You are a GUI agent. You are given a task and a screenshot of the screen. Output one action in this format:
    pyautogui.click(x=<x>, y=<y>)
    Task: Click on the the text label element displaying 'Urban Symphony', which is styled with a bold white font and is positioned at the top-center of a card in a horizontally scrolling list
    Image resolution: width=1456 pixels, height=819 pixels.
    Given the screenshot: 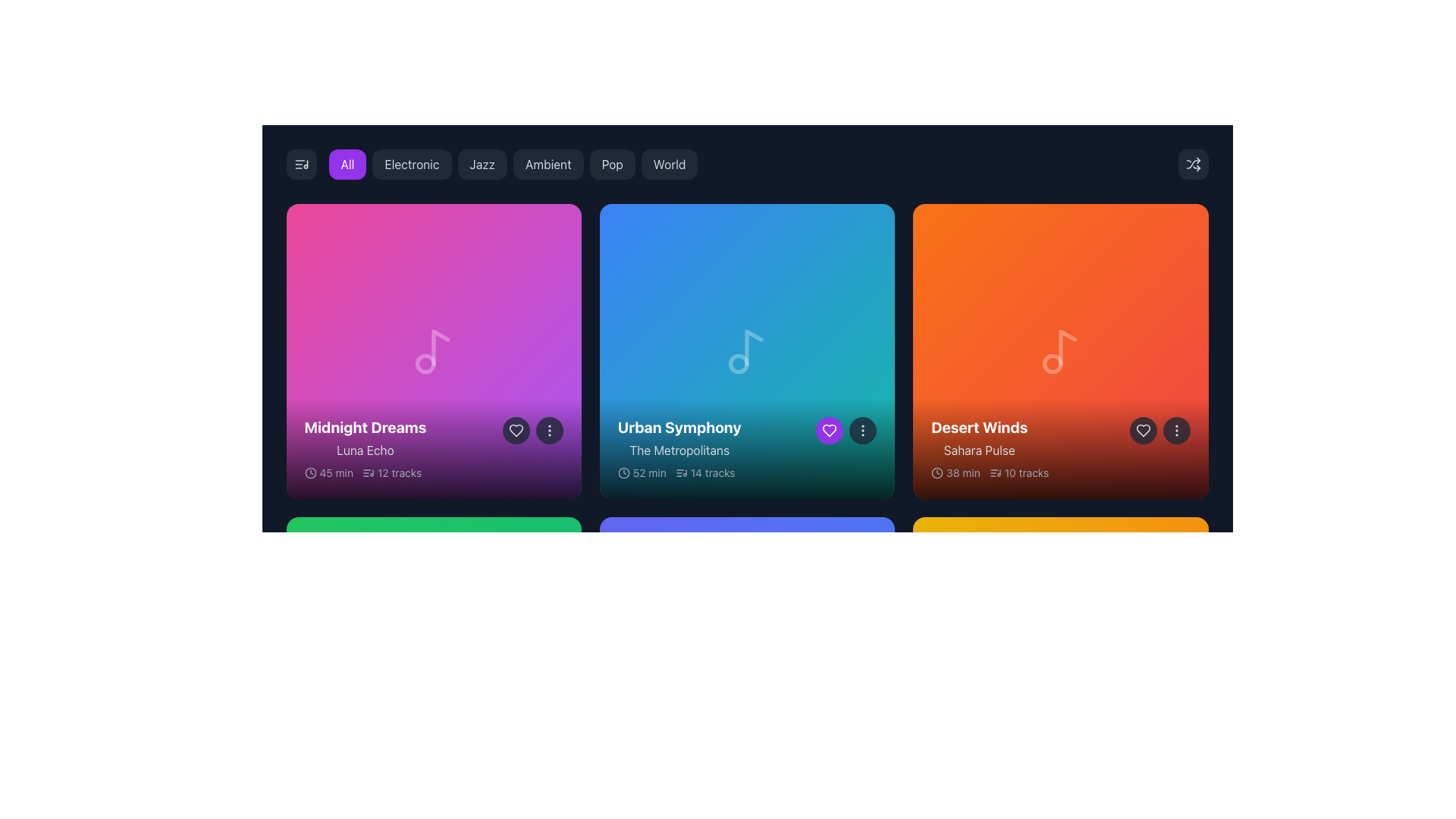 What is the action you would take?
    pyautogui.click(x=679, y=428)
    